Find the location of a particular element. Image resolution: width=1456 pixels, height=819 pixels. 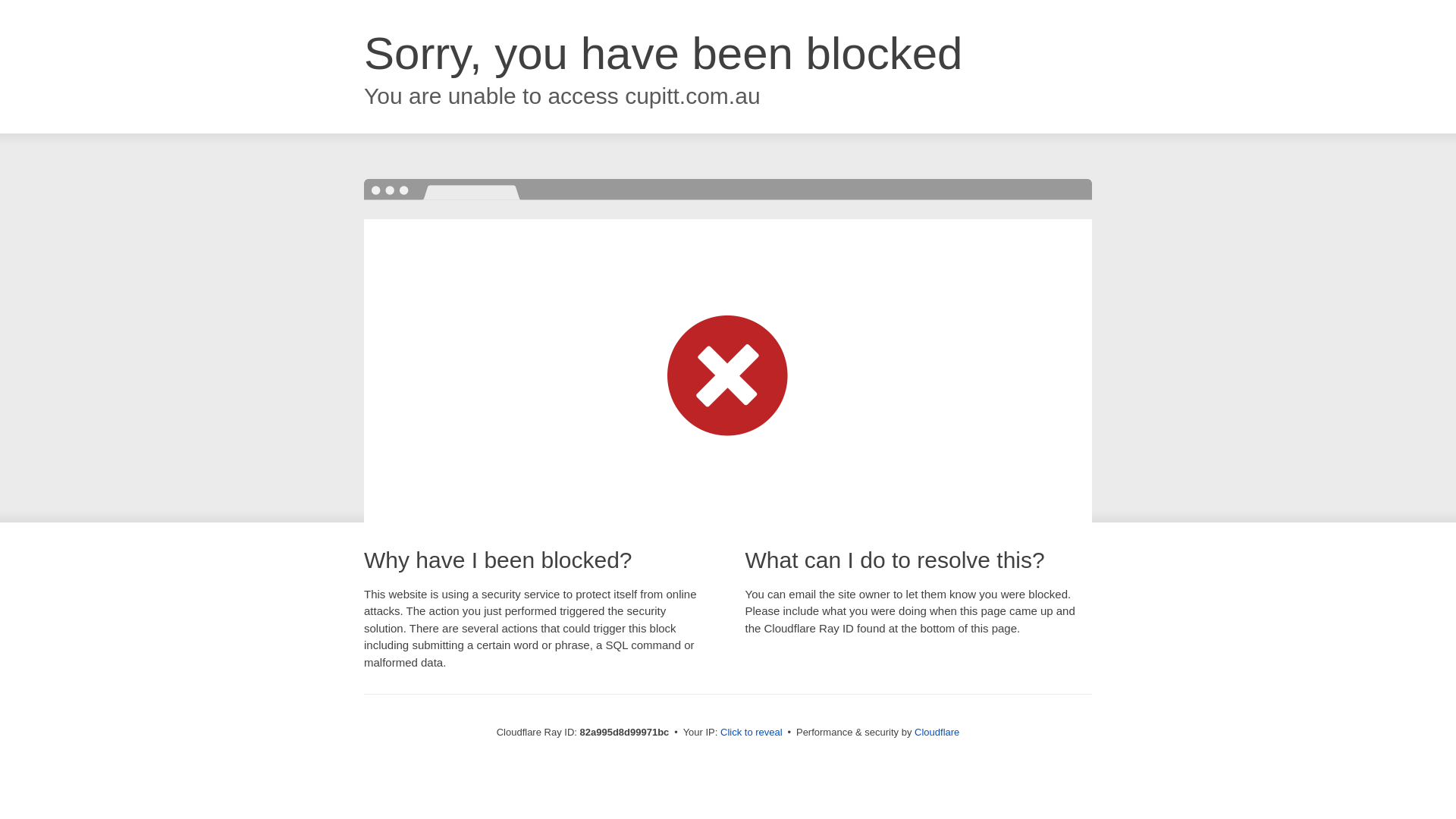

'Cloudflare' is located at coordinates (936, 731).